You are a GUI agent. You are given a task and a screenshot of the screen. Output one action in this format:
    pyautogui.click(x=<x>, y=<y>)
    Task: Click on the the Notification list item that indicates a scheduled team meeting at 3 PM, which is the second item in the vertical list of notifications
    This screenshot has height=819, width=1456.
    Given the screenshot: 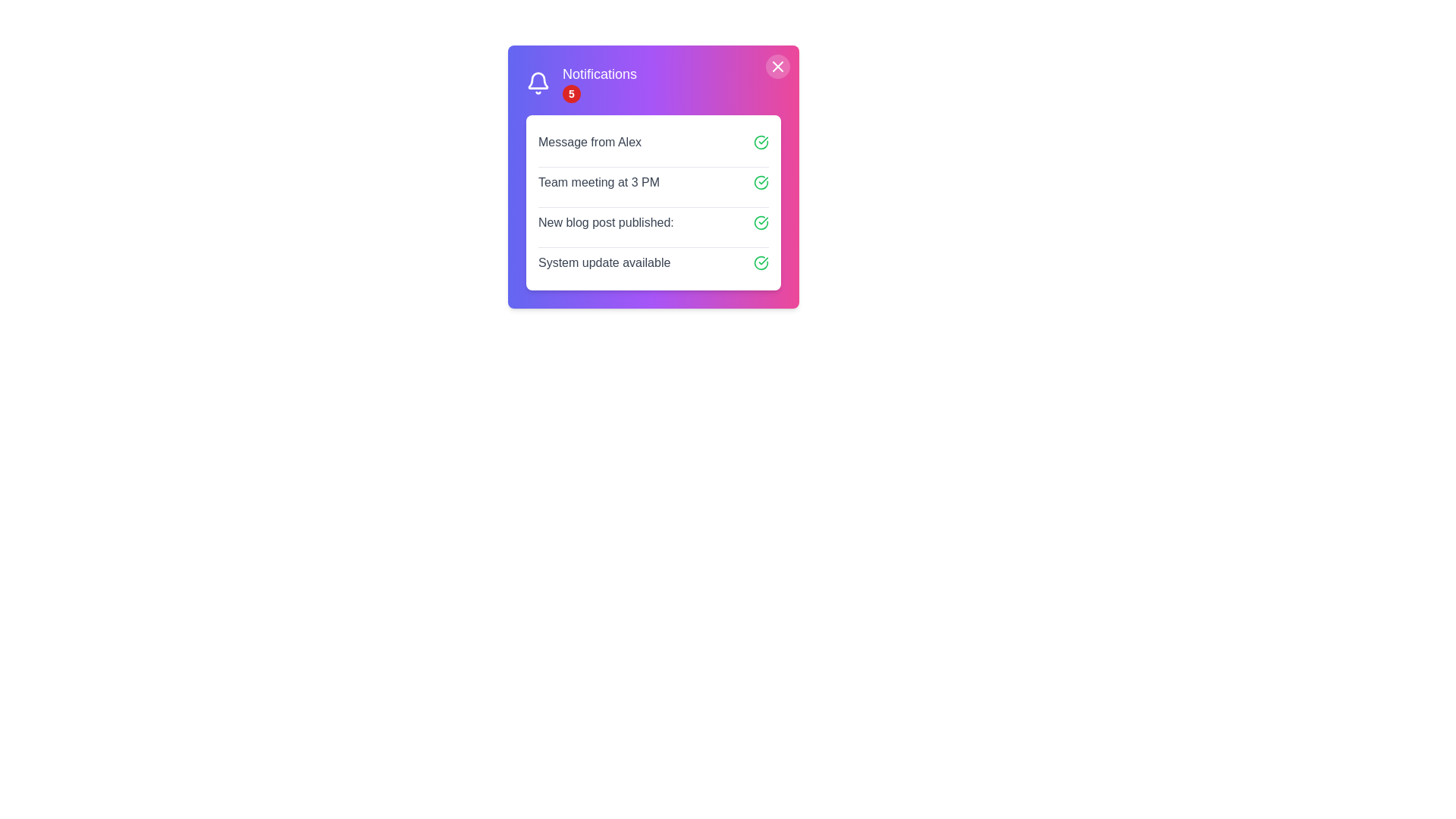 What is the action you would take?
    pyautogui.click(x=654, y=181)
    